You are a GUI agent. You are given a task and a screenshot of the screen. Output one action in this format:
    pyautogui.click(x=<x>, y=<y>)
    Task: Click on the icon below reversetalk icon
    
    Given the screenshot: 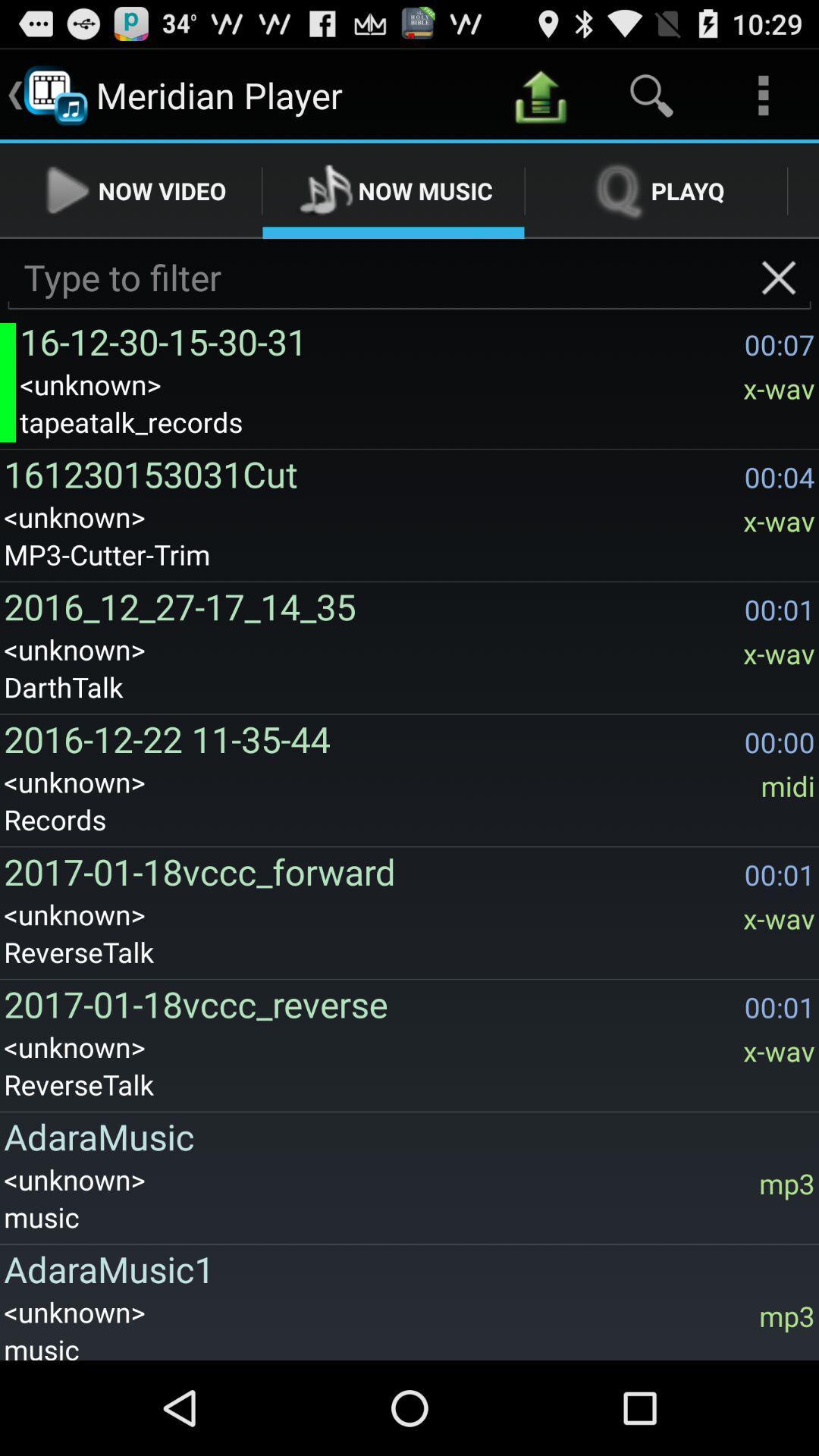 What is the action you would take?
    pyautogui.click(x=404, y=1136)
    